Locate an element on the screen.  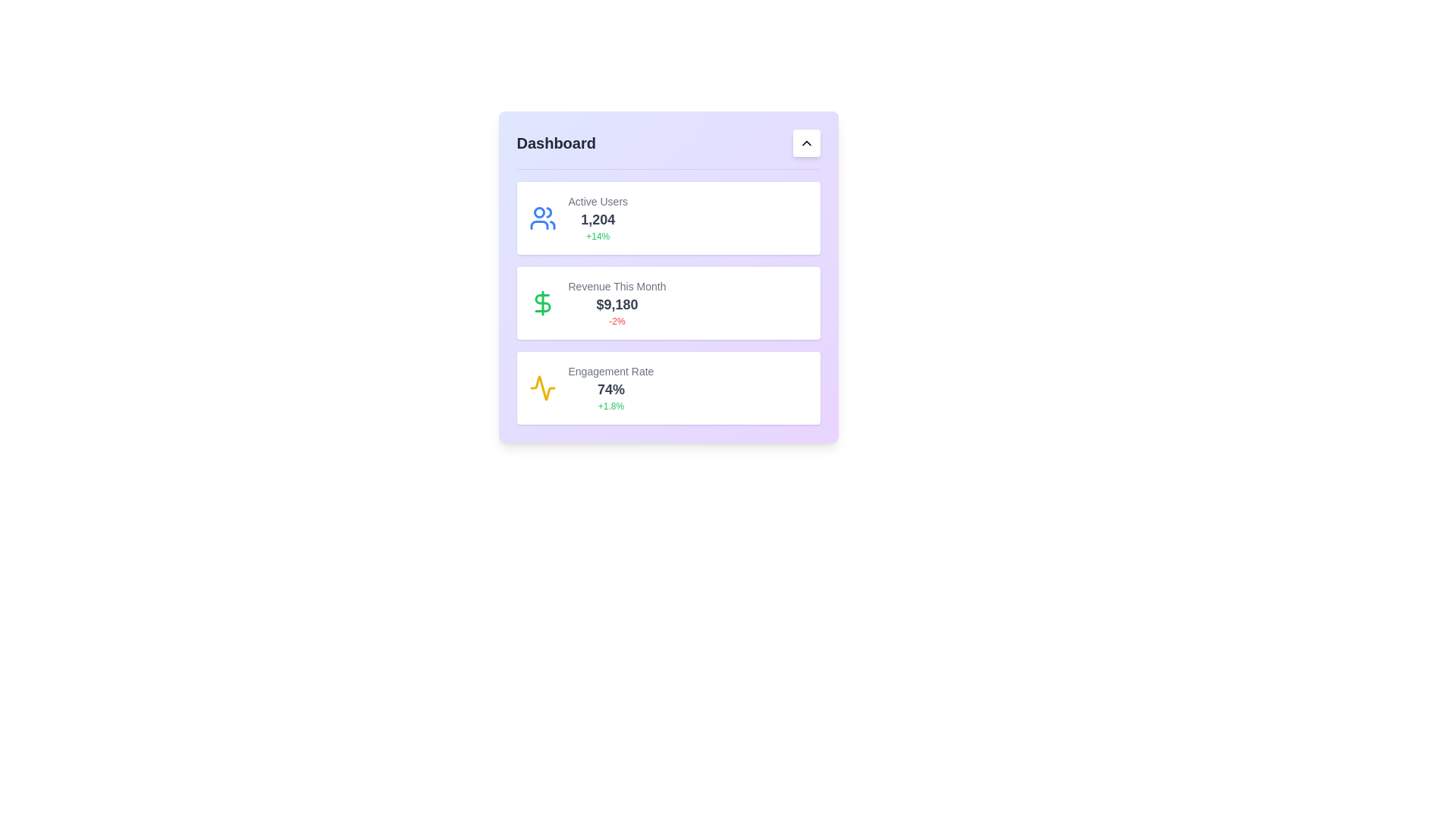
the upward-pointing chevron icon located in the top-right corner of the card, aligned with the title 'Dashboard' is located at coordinates (805, 143).